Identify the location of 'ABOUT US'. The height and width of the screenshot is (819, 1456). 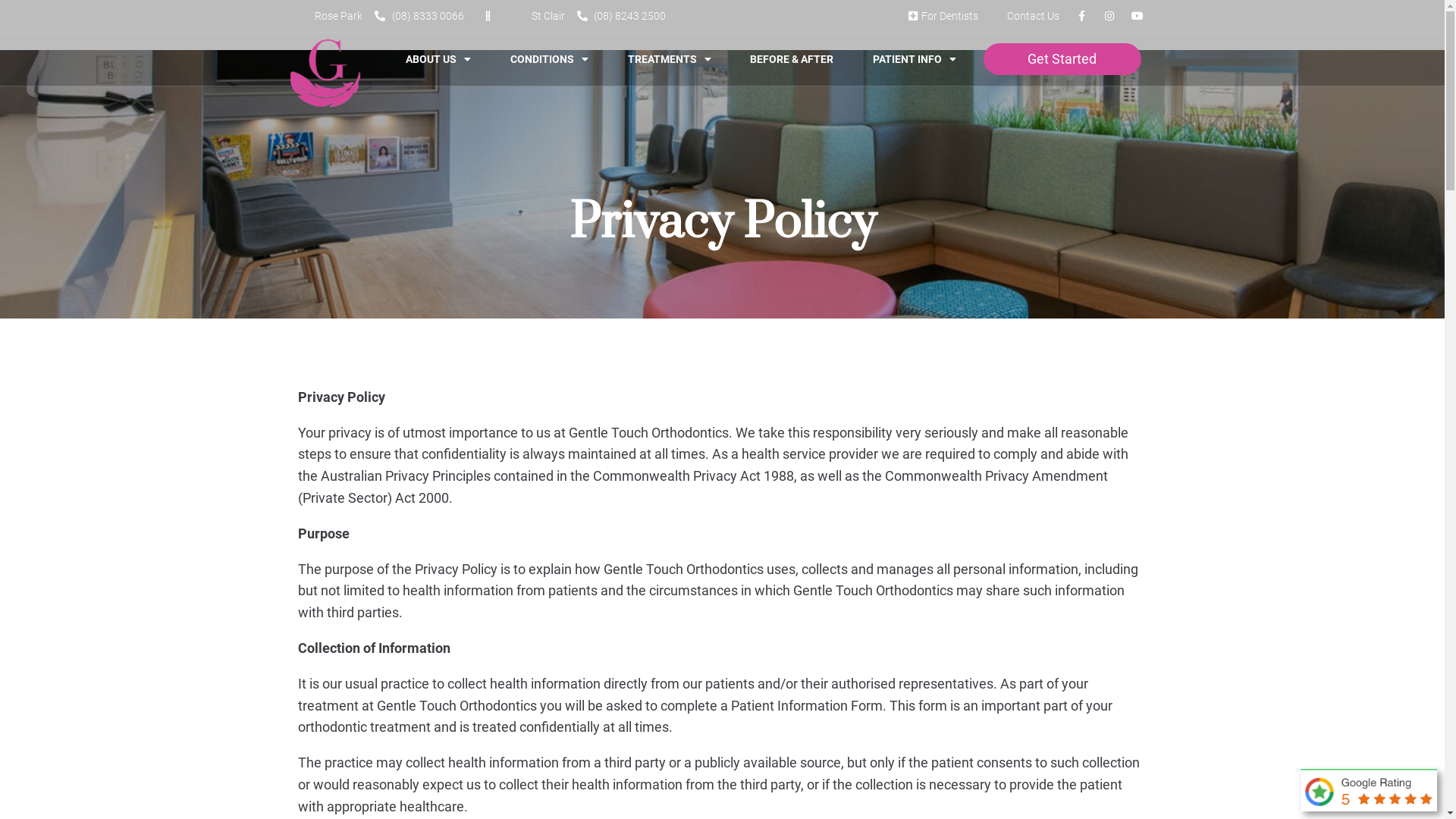
(437, 58).